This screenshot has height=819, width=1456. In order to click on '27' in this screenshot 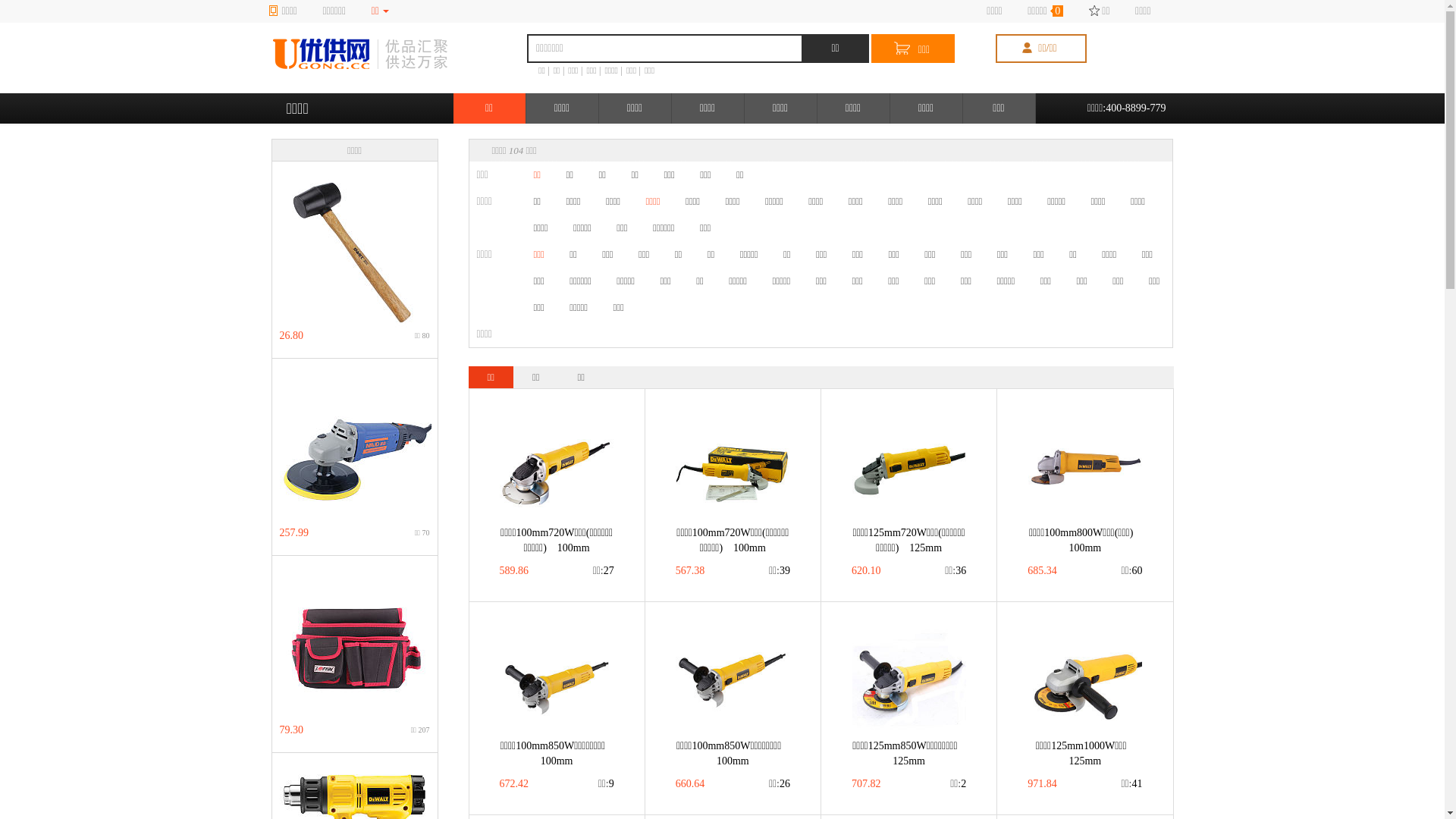, I will do `click(603, 570)`.